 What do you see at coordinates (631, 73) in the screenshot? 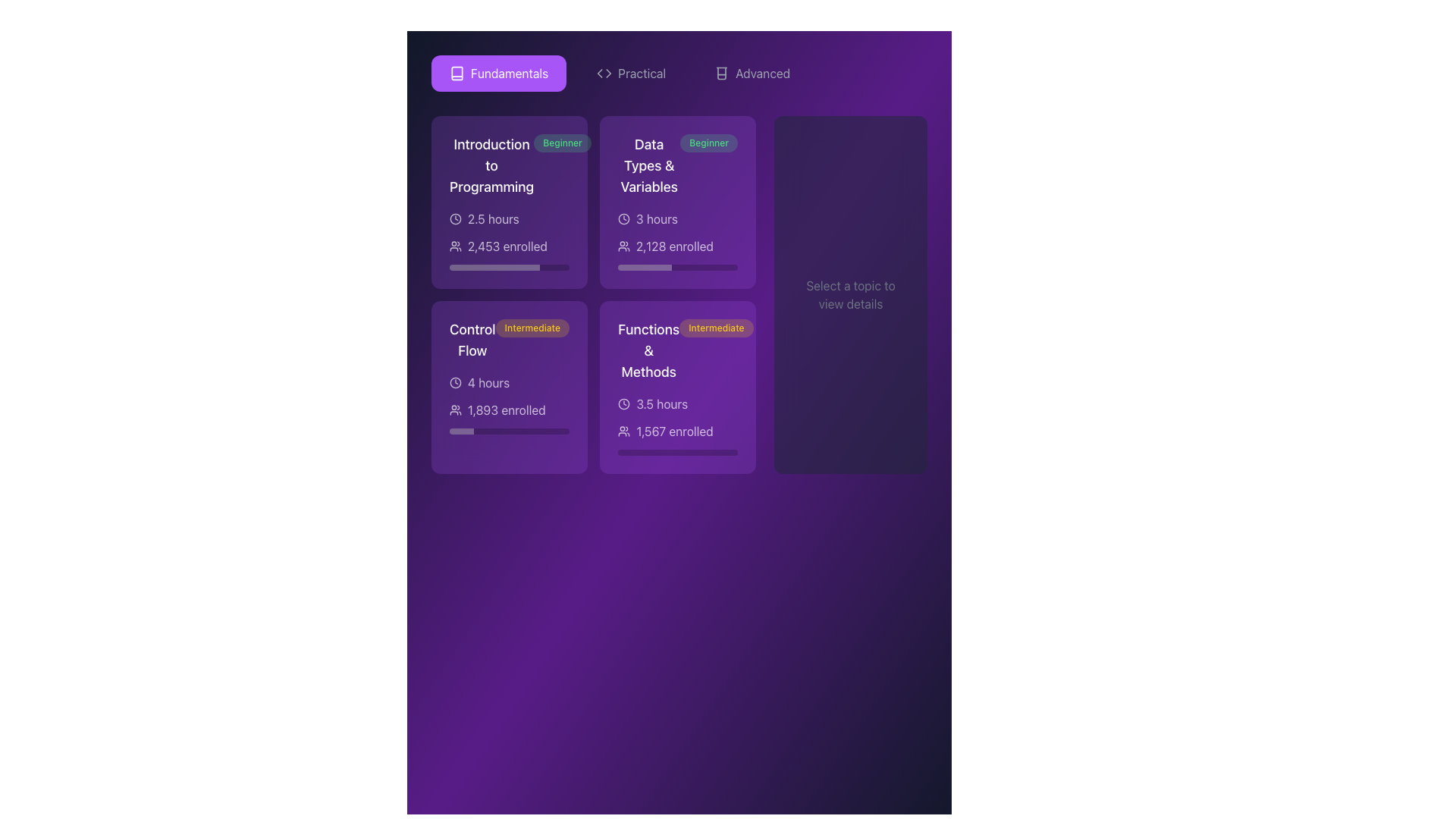
I see `the navigation button for practical exercises, located centrally in the top navigation bar, between the 'Fundamentals' and 'Advanced' buttons` at bounding box center [631, 73].